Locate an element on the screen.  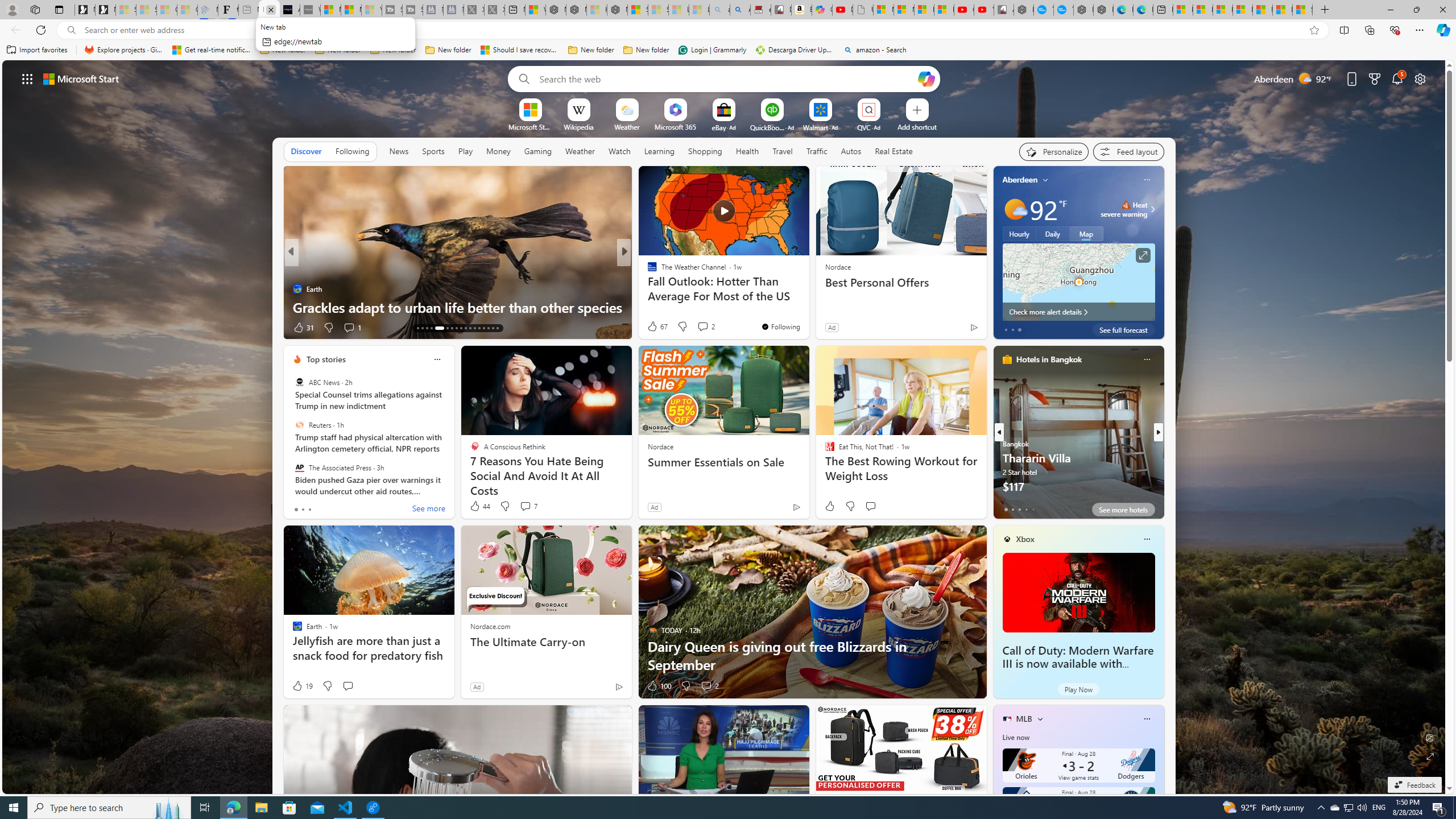
'Top stories' is located at coordinates (325, 359).